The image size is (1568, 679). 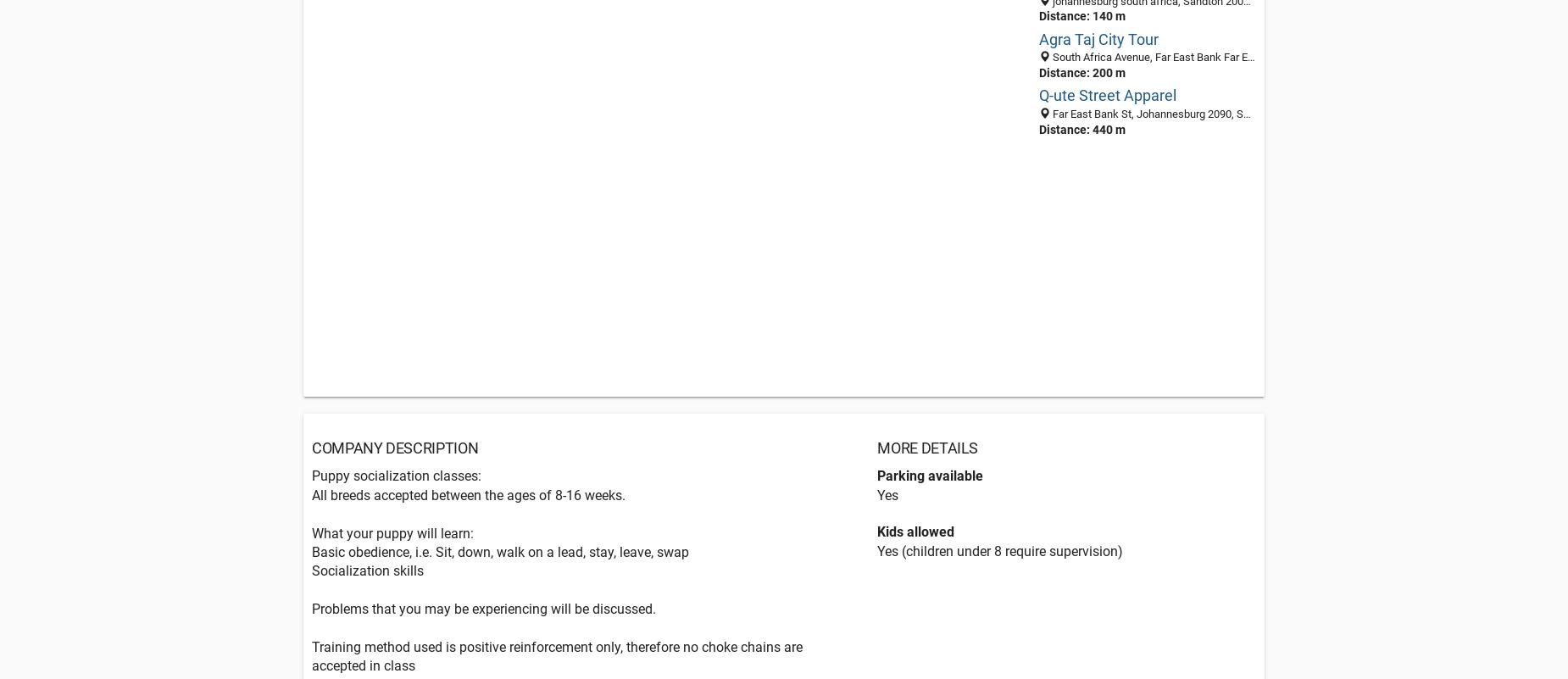 I want to click on 'Yes (children under 8 require supervision)', so click(x=998, y=549).